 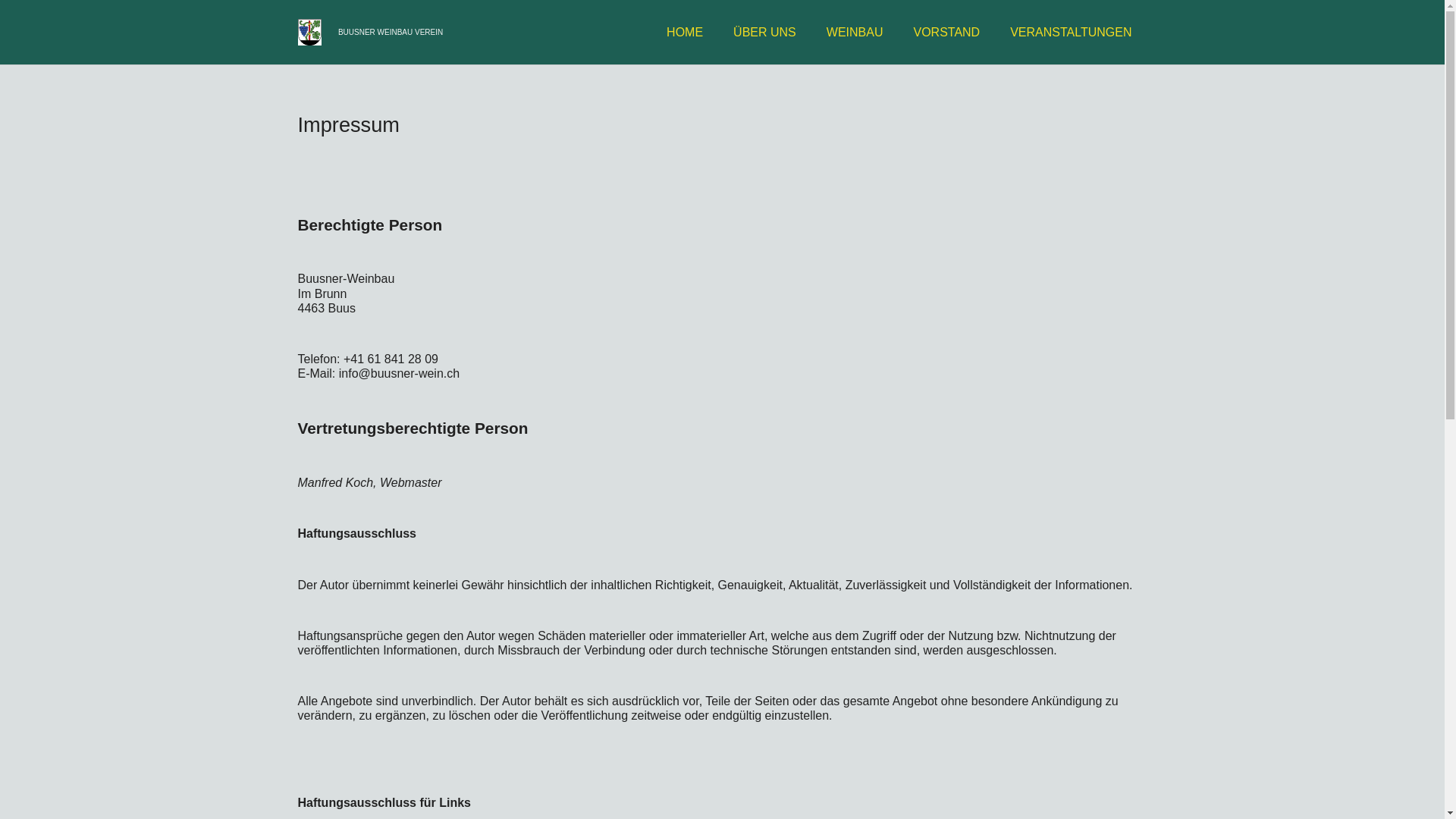 I want to click on 'HOME', so click(x=651, y=32).